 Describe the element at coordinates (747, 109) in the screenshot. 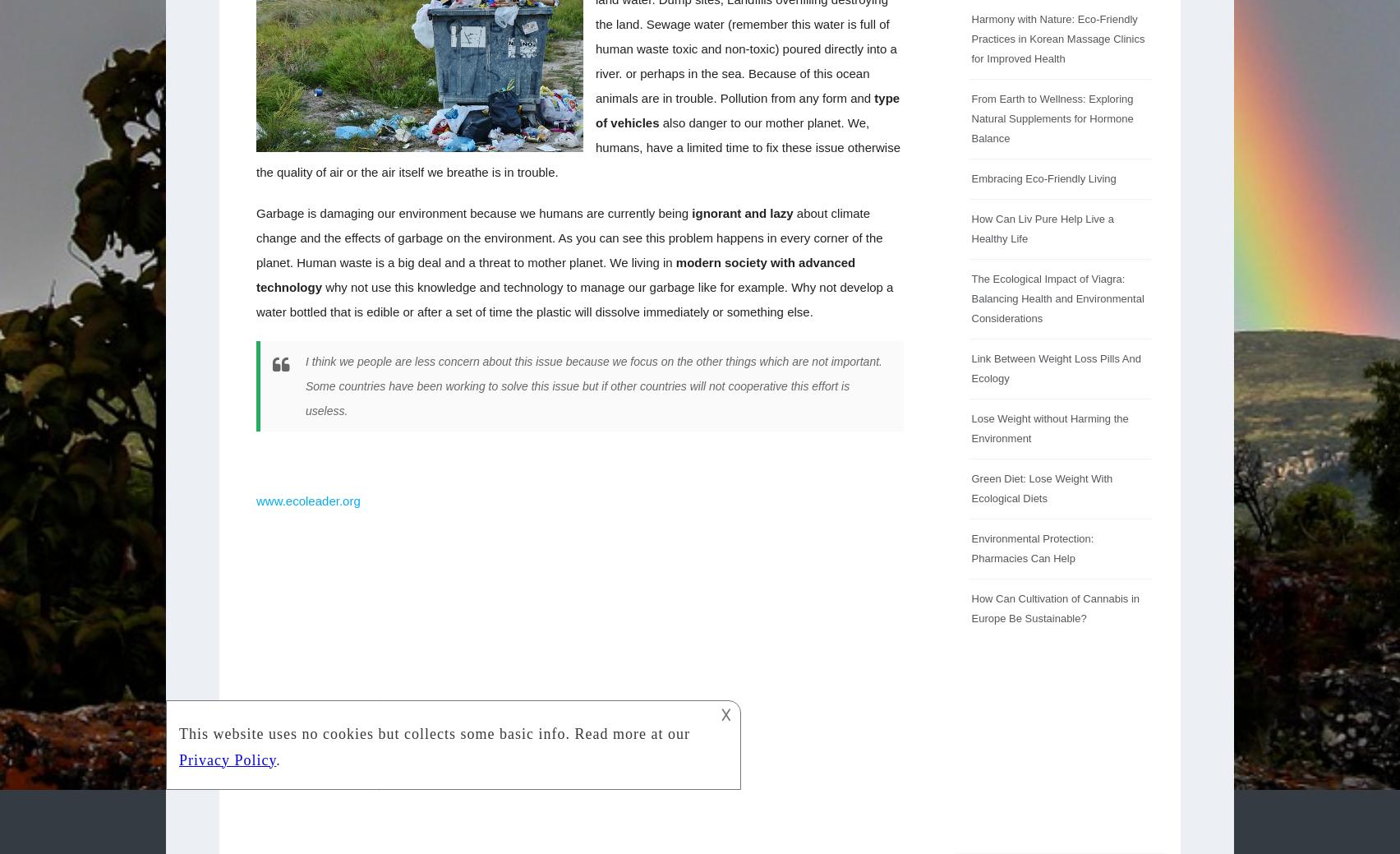

I see `'type of vehicles'` at that location.